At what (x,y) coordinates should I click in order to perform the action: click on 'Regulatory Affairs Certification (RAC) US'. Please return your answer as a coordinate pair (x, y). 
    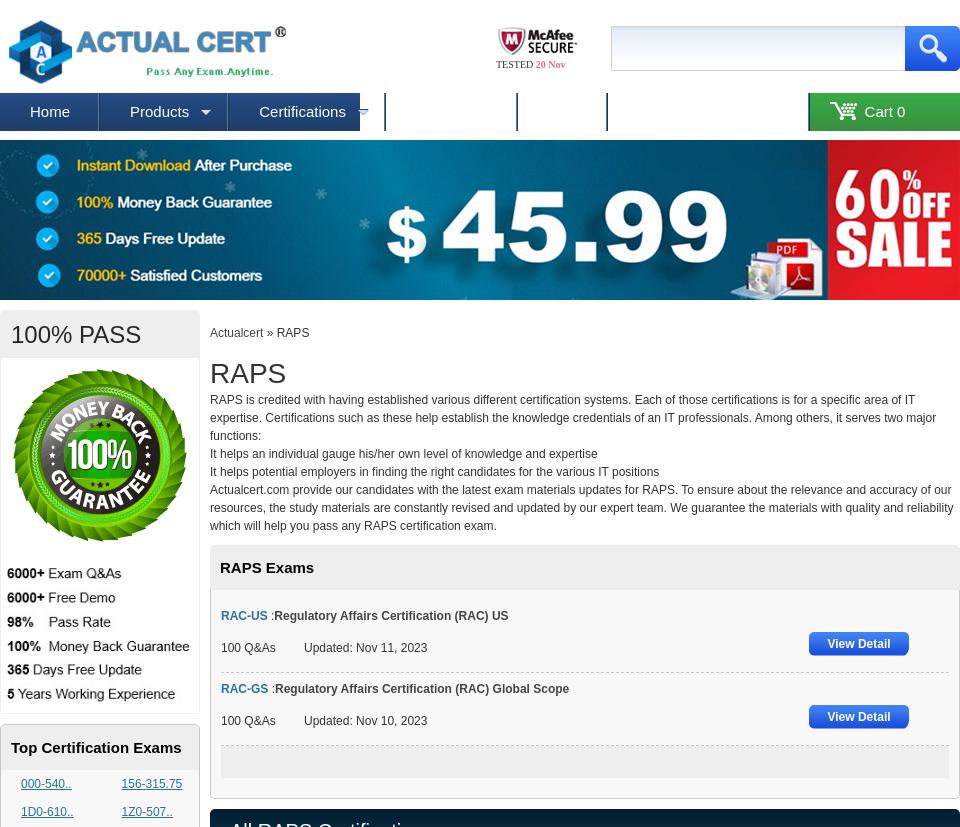
    Looking at the image, I should click on (390, 615).